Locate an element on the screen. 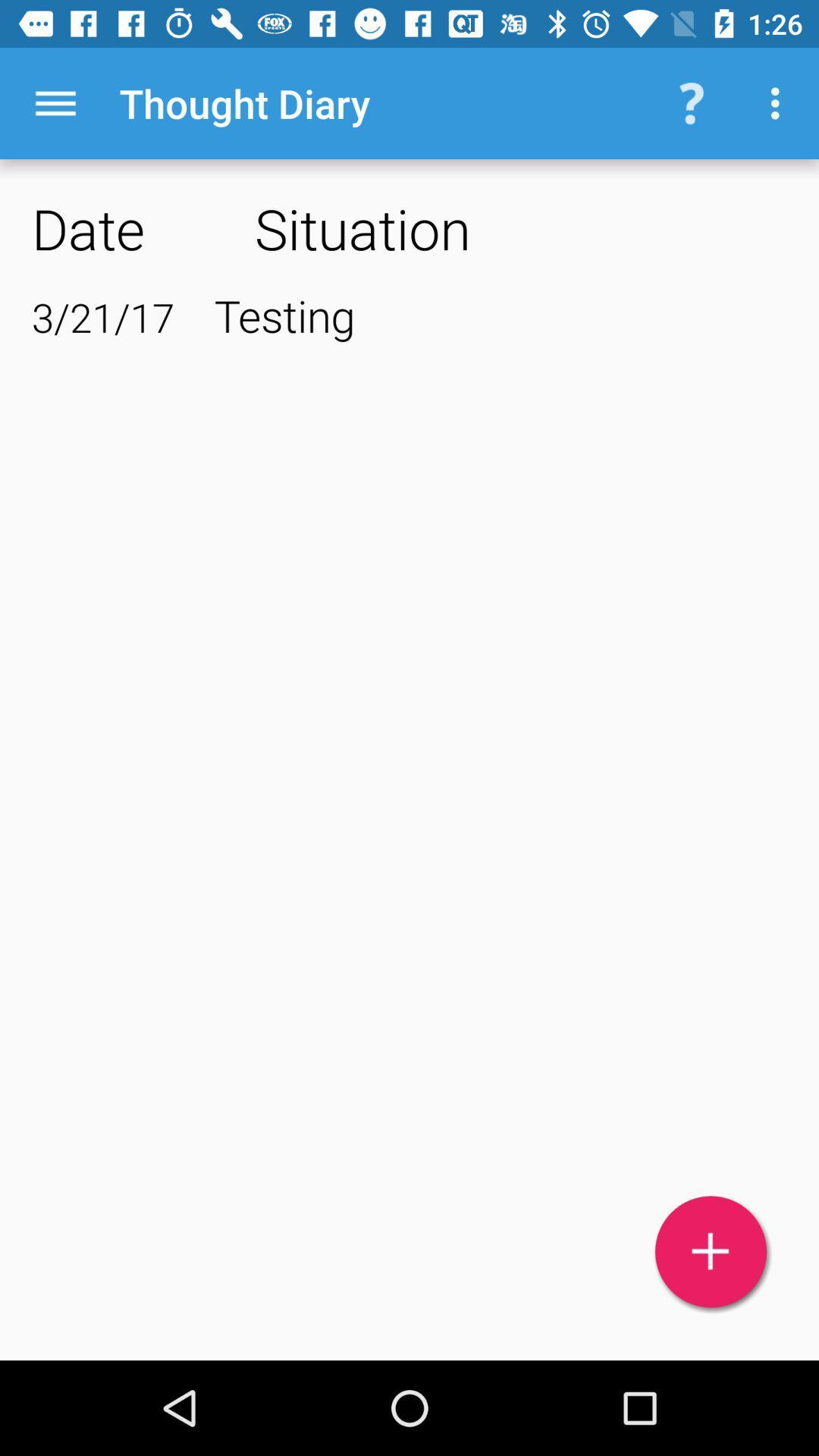  the testing app is located at coordinates (500, 314).